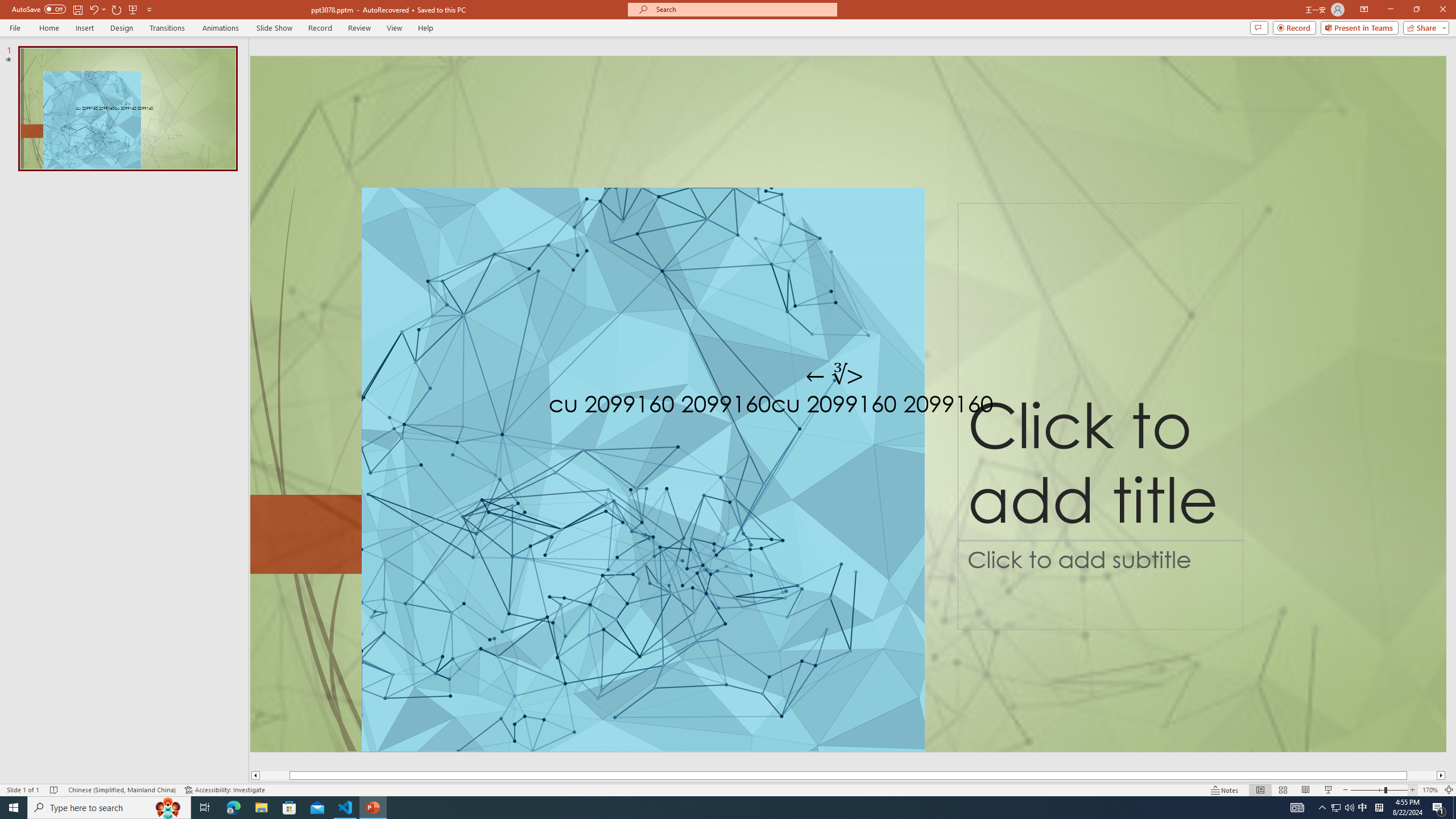  What do you see at coordinates (1225, 790) in the screenshot?
I see `'Notes '` at bounding box center [1225, 790].